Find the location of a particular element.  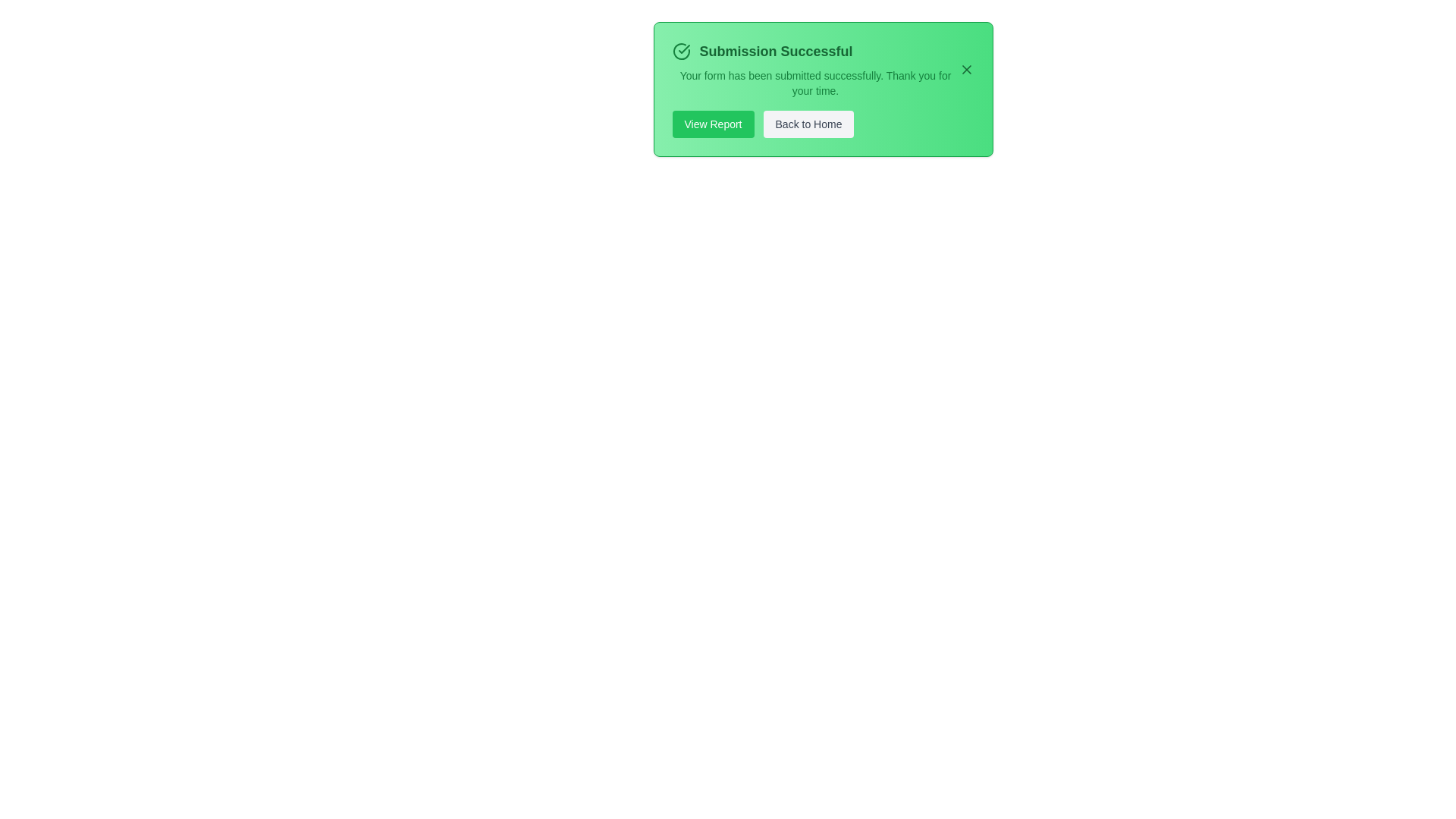

the close button to dismiss the alert is located at coordinates (965, 70).